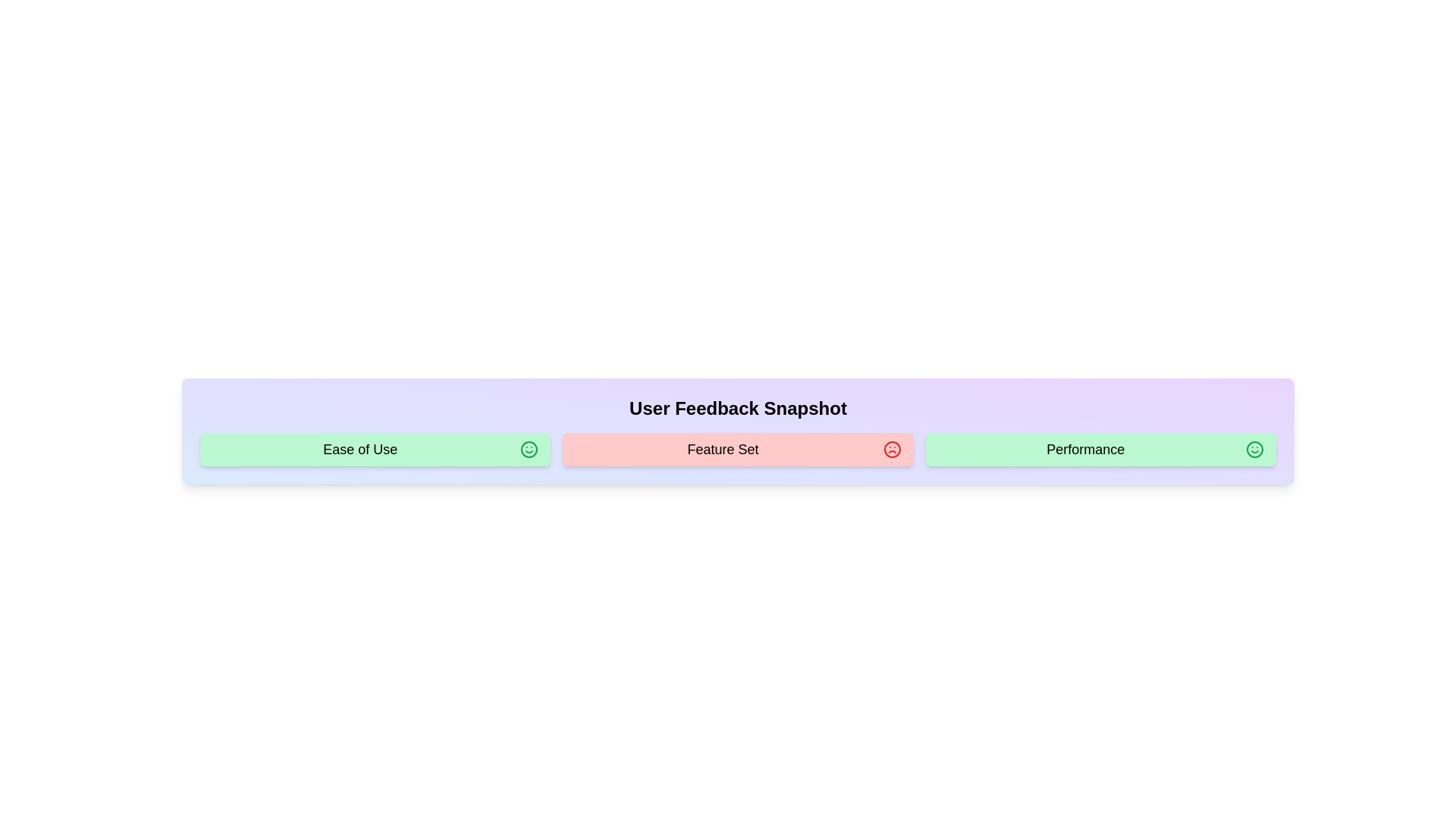 This screenshot has height=819, width=1456. Describe the element at coordinates (1100, 449) in the screenshot. I see `the text of the feedback item labeled Performance` at that location.